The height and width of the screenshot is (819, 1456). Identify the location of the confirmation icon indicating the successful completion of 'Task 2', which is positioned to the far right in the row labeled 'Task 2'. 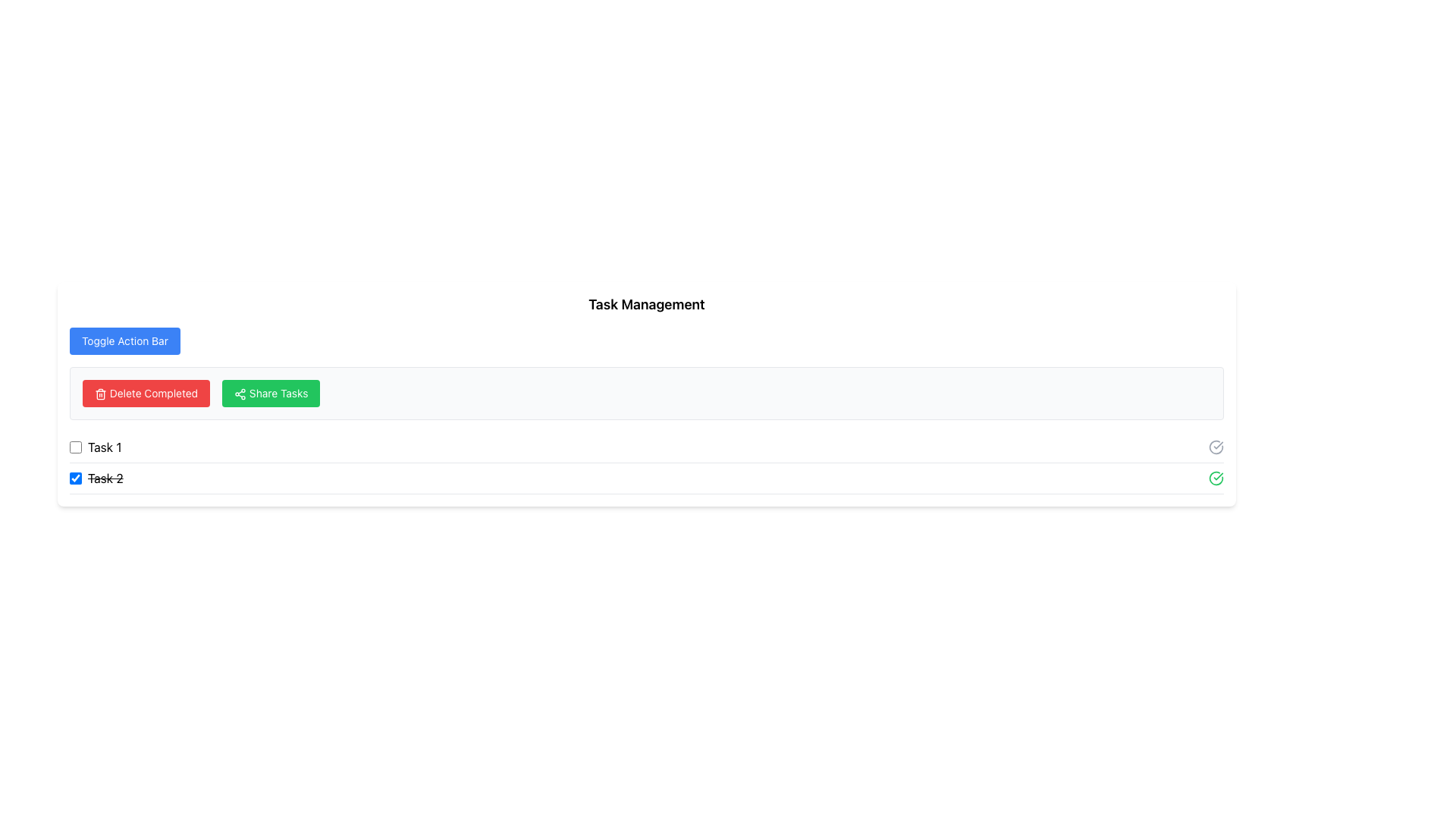
(1216, 479).